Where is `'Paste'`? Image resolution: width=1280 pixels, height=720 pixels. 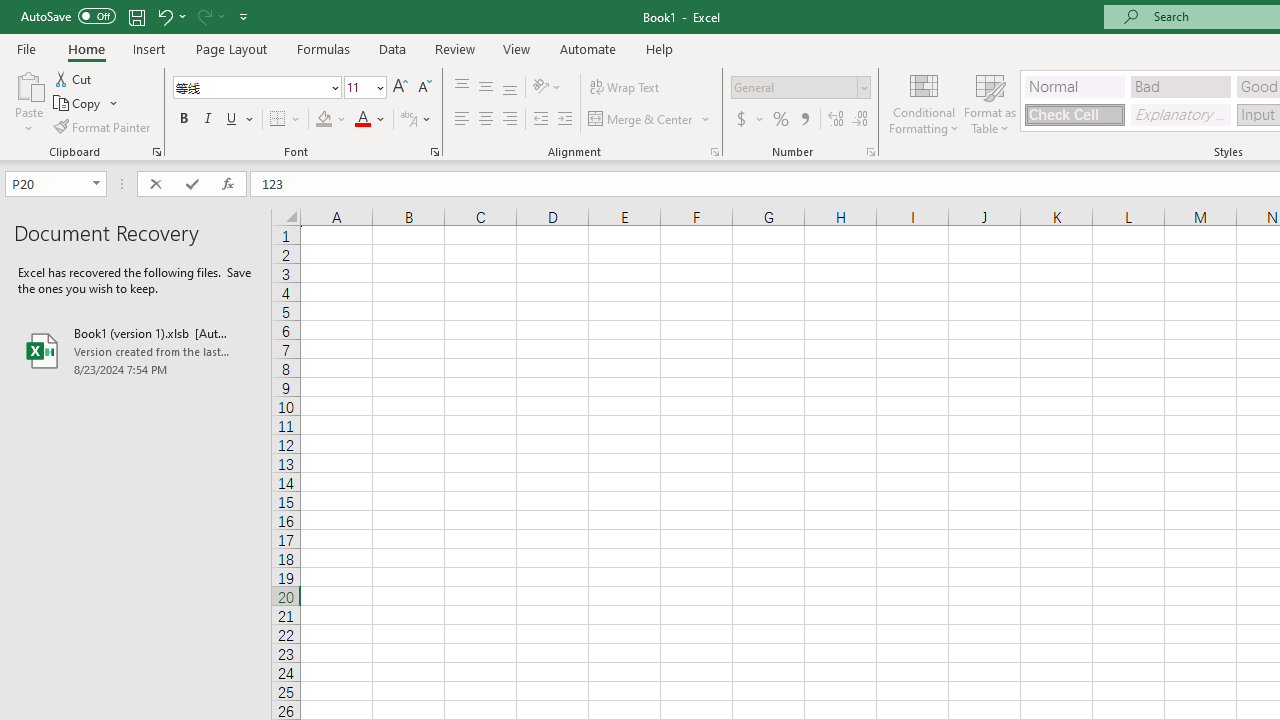 'Paste' is located at coordinates (28, 103).